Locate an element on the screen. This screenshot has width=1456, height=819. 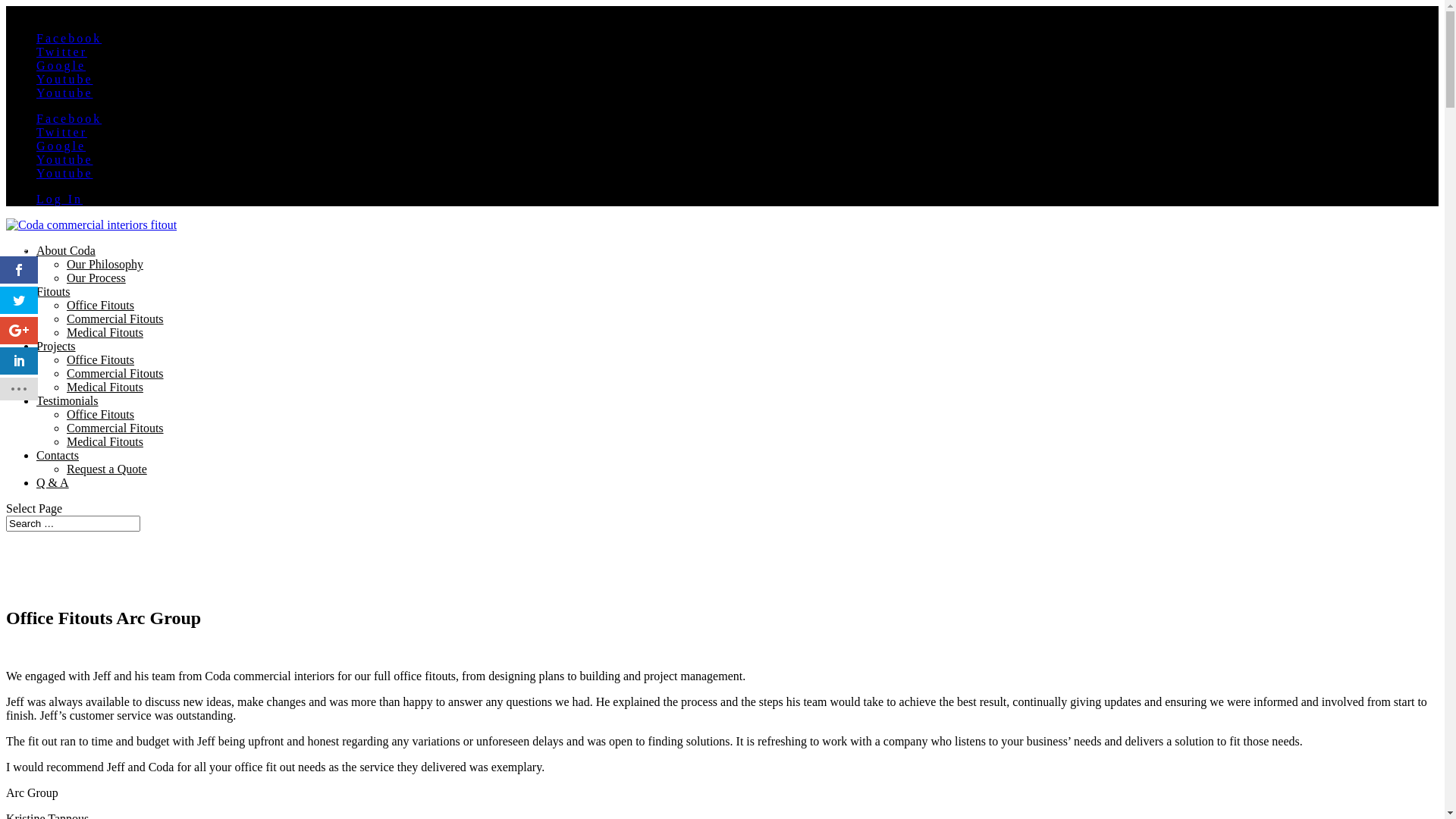
'Our Process' is located at coordinates (95, 278).